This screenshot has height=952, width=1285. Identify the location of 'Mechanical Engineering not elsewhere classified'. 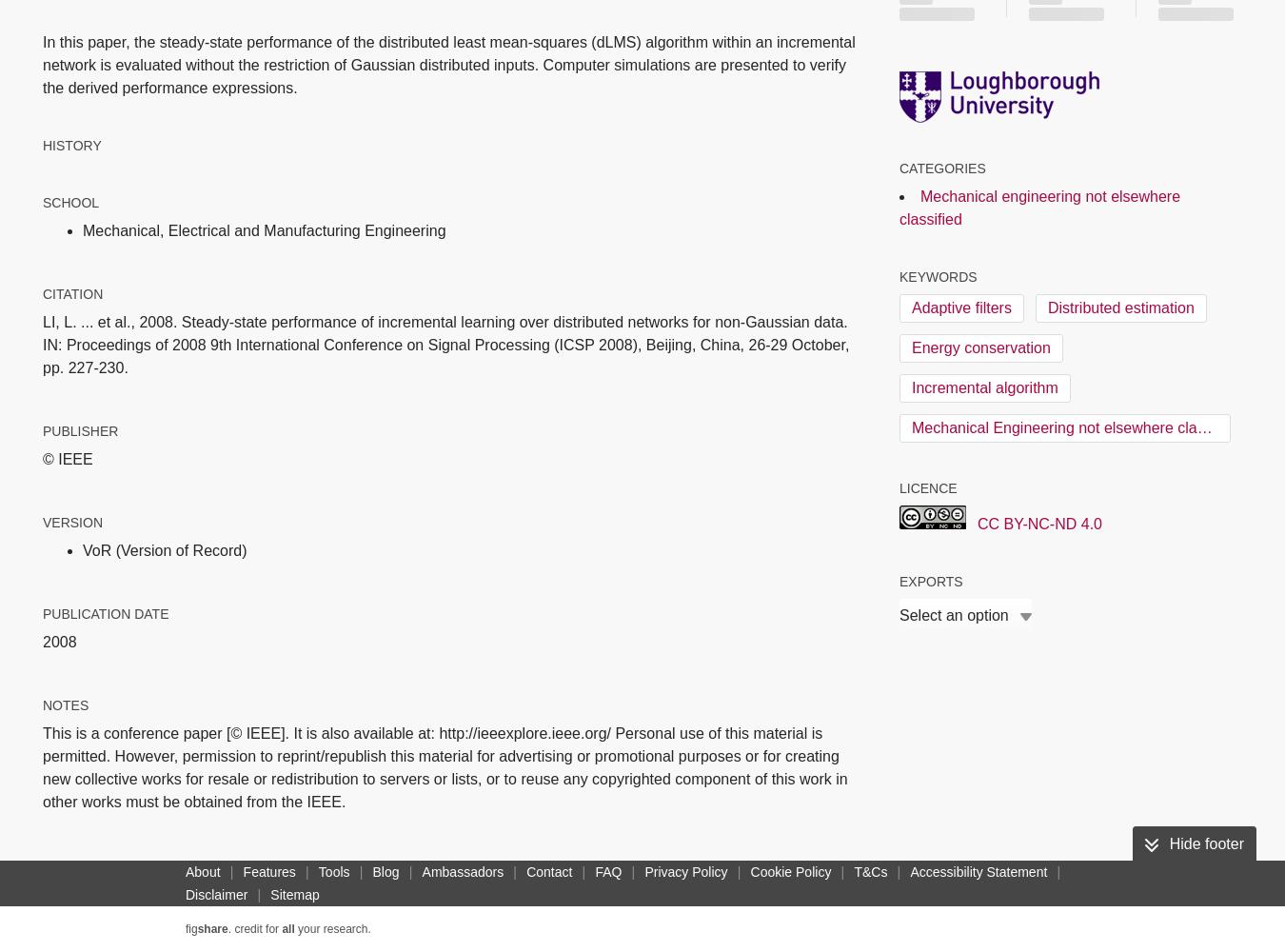
(1075, 426).